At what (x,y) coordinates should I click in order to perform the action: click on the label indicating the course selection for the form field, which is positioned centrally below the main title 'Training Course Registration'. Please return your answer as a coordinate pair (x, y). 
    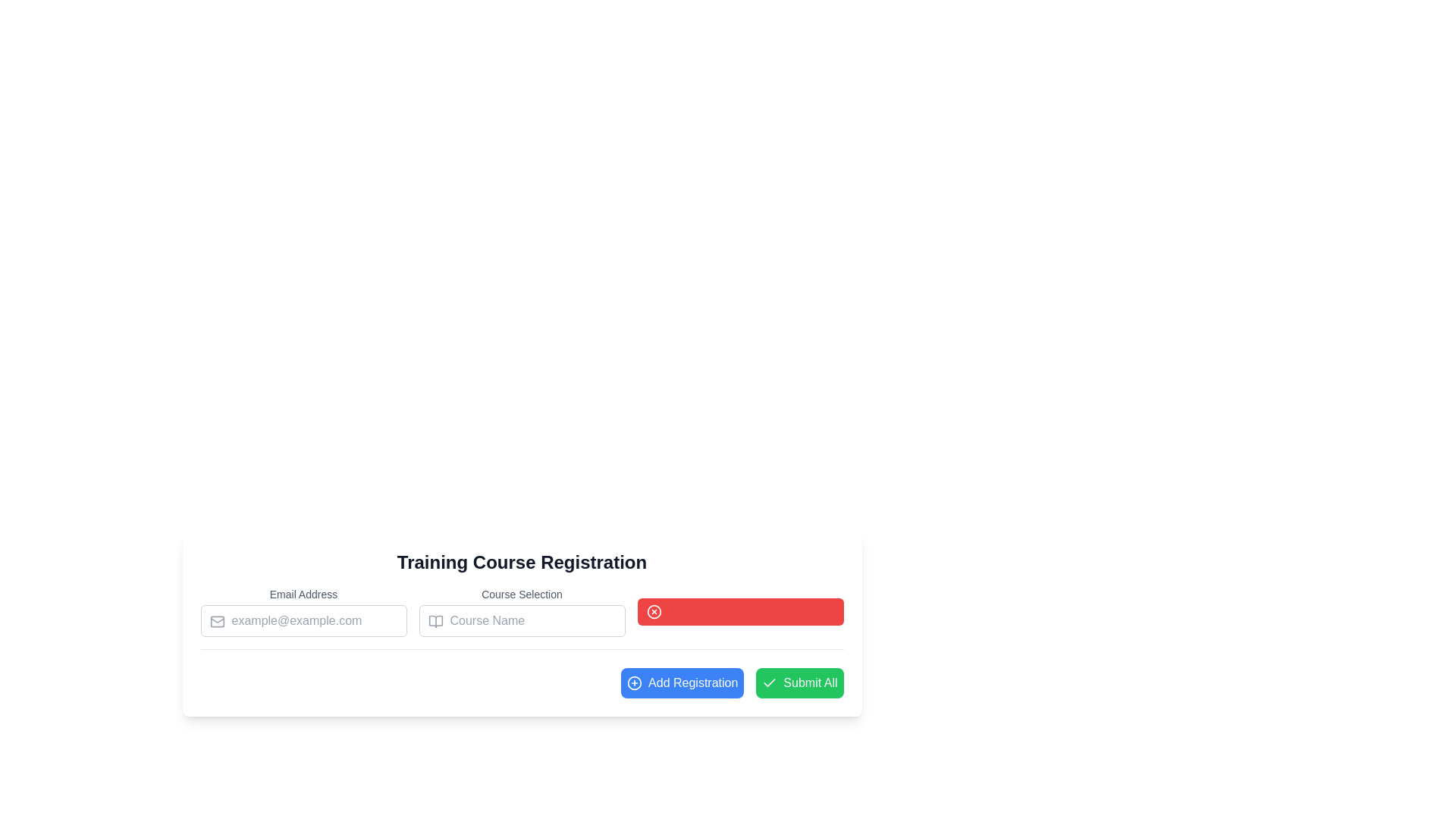
    Looking at the image, I should click on (522, 593).